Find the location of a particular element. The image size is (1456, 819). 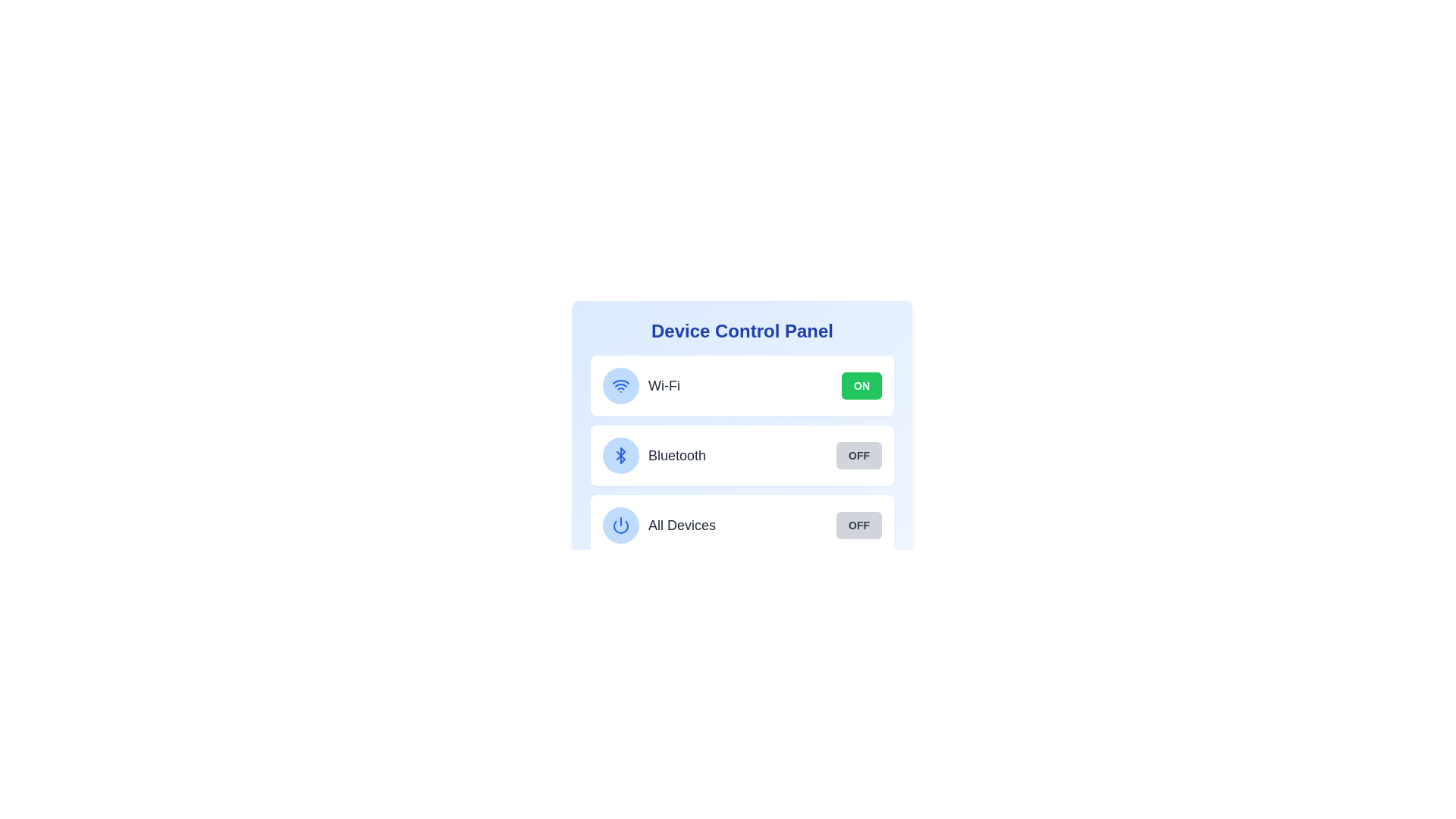

the Control card with a toggle button in the Device Control Panel section is located at coordinates (742, 525).